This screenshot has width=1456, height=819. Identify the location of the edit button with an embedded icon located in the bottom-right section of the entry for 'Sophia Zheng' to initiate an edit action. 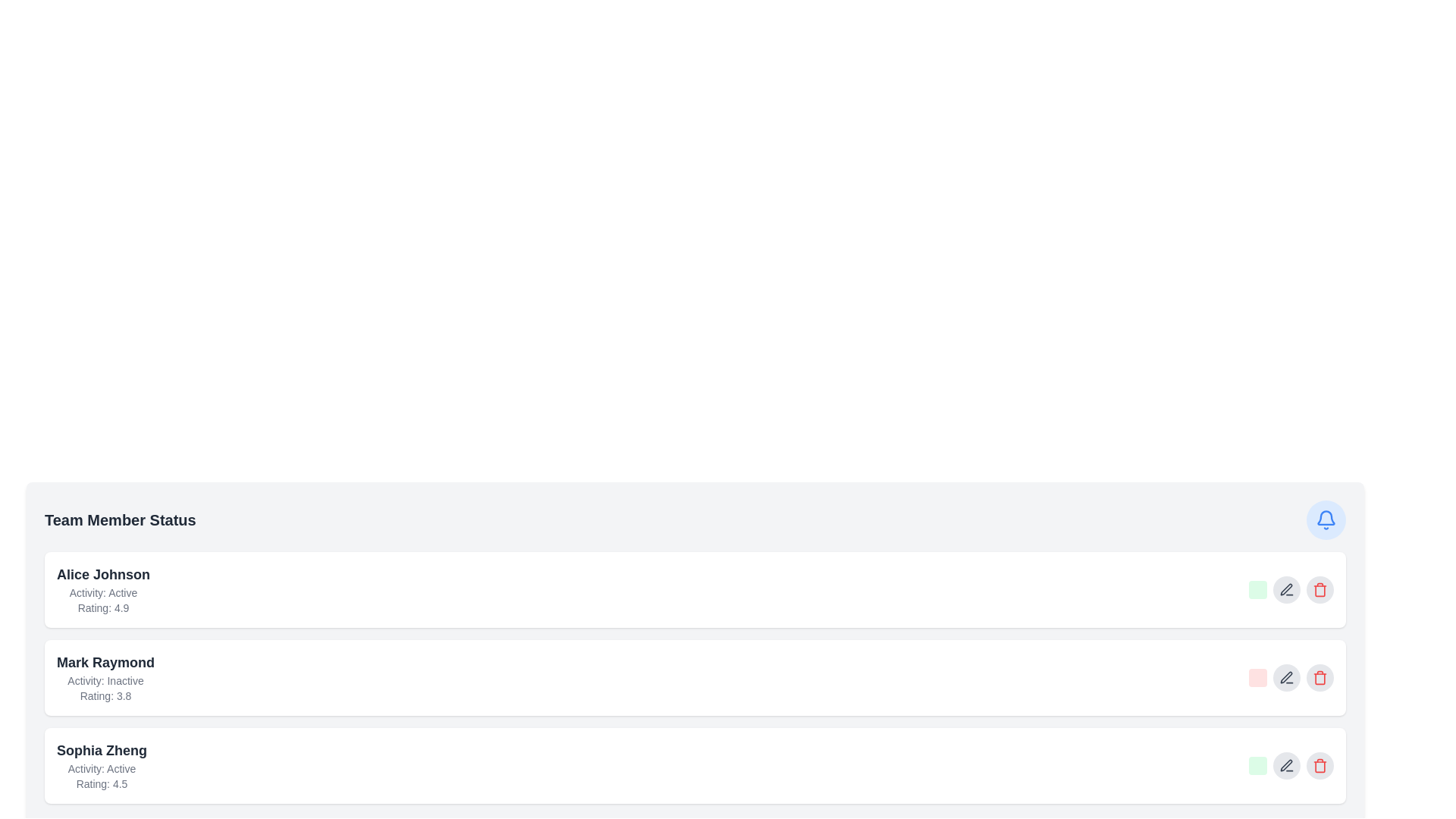
(1291, 766).